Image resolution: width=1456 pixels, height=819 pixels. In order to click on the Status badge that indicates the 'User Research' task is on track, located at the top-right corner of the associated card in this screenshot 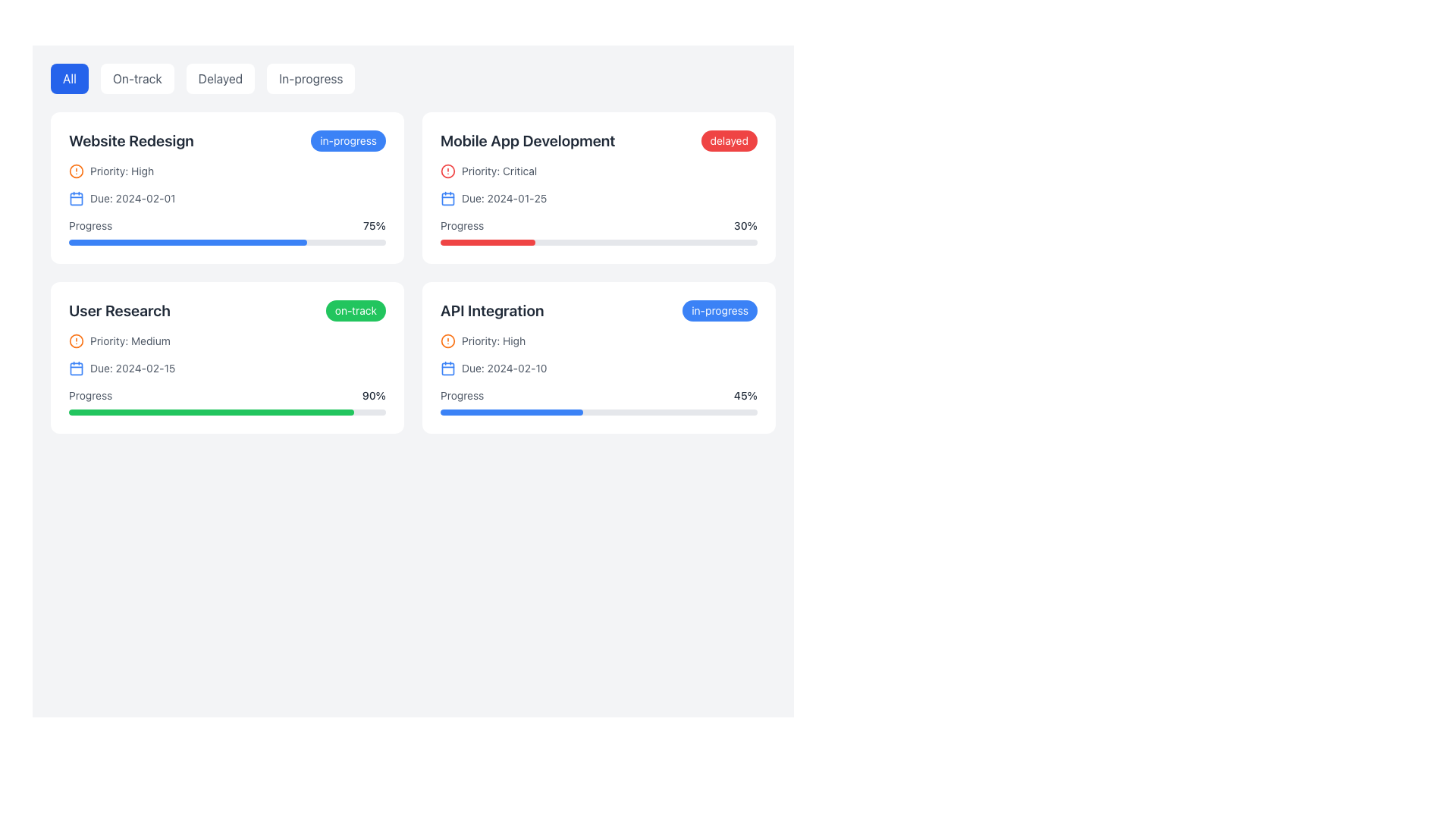, I will do `click(355, 309)`.